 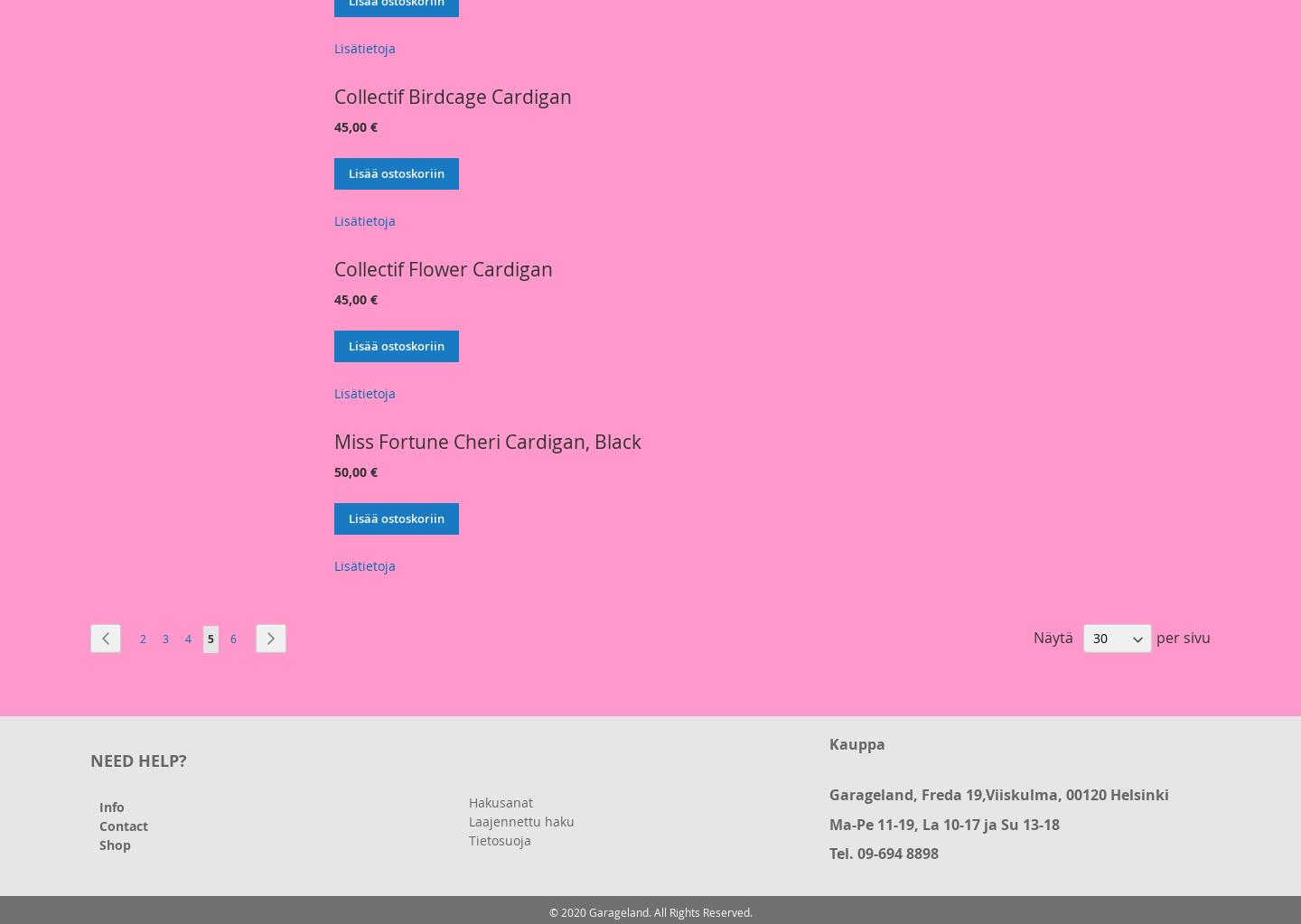 I want to click on 'Collectif Flower Cardigan', so click(x=443, y=267).